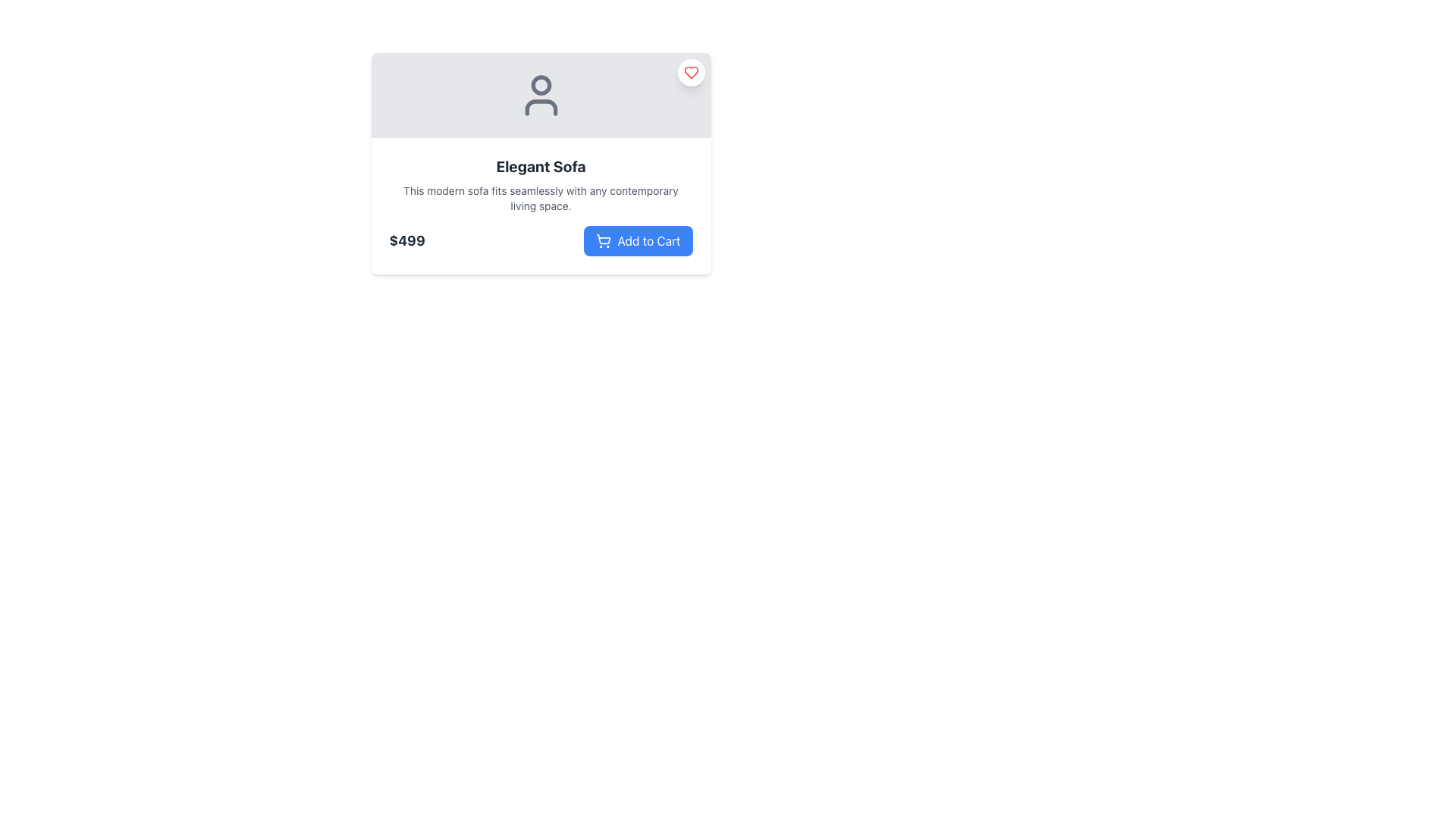  What do you see at coordinates (541, 85) in the screenshot?
I see `the circular shape that represents the head of the user profile icon in the SVG graphic` at bounding box center [541, 85].